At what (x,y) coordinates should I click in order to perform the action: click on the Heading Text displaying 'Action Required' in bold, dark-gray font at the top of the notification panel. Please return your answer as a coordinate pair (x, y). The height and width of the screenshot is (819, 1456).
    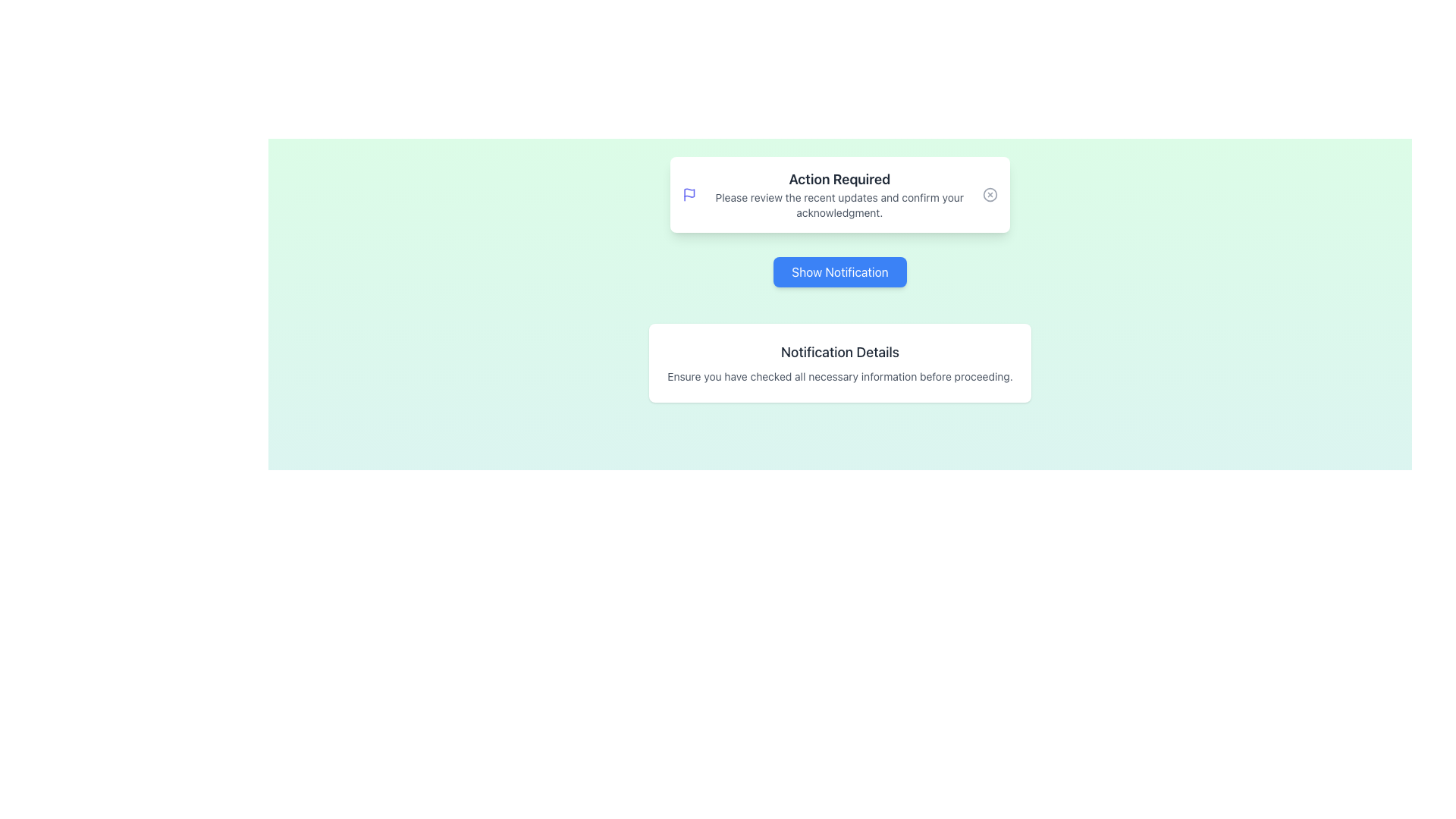
    Looking at the image, I should click on (839, 178).